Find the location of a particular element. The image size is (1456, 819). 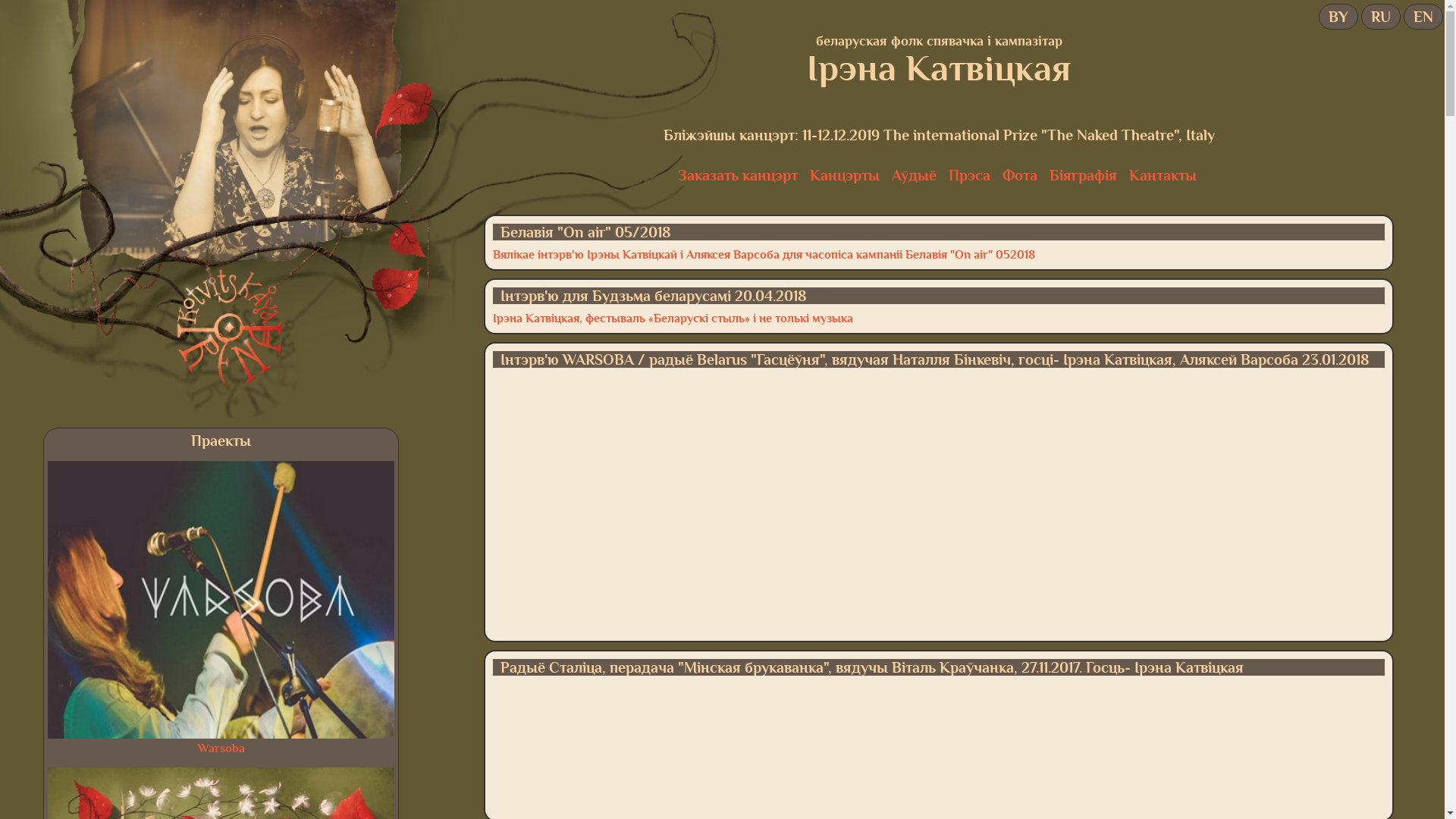

'RU' is located at coordinates (1380, 17).